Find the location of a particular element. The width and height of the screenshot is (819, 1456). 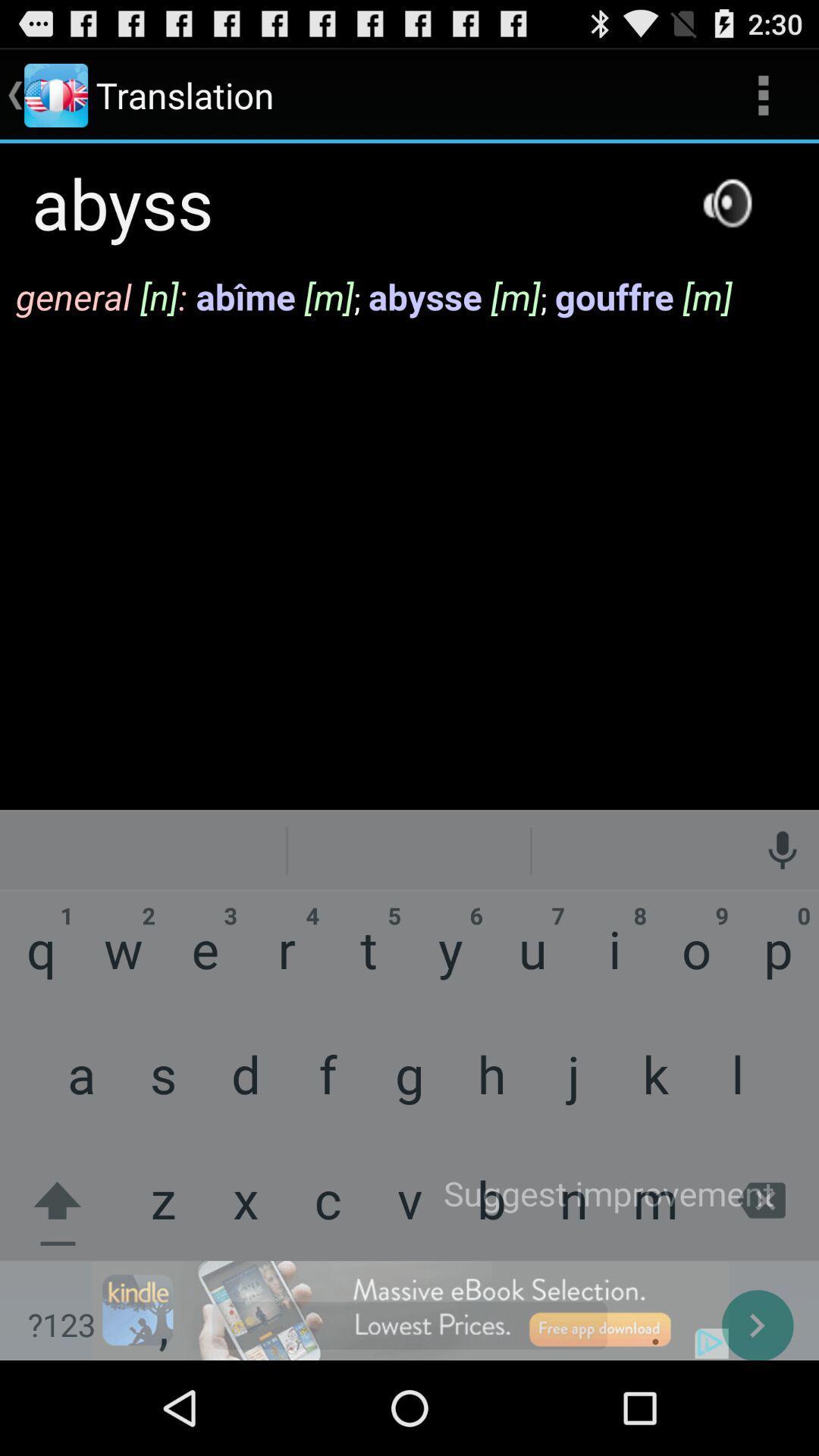

the volume icon is located at coordinates (726, 216).